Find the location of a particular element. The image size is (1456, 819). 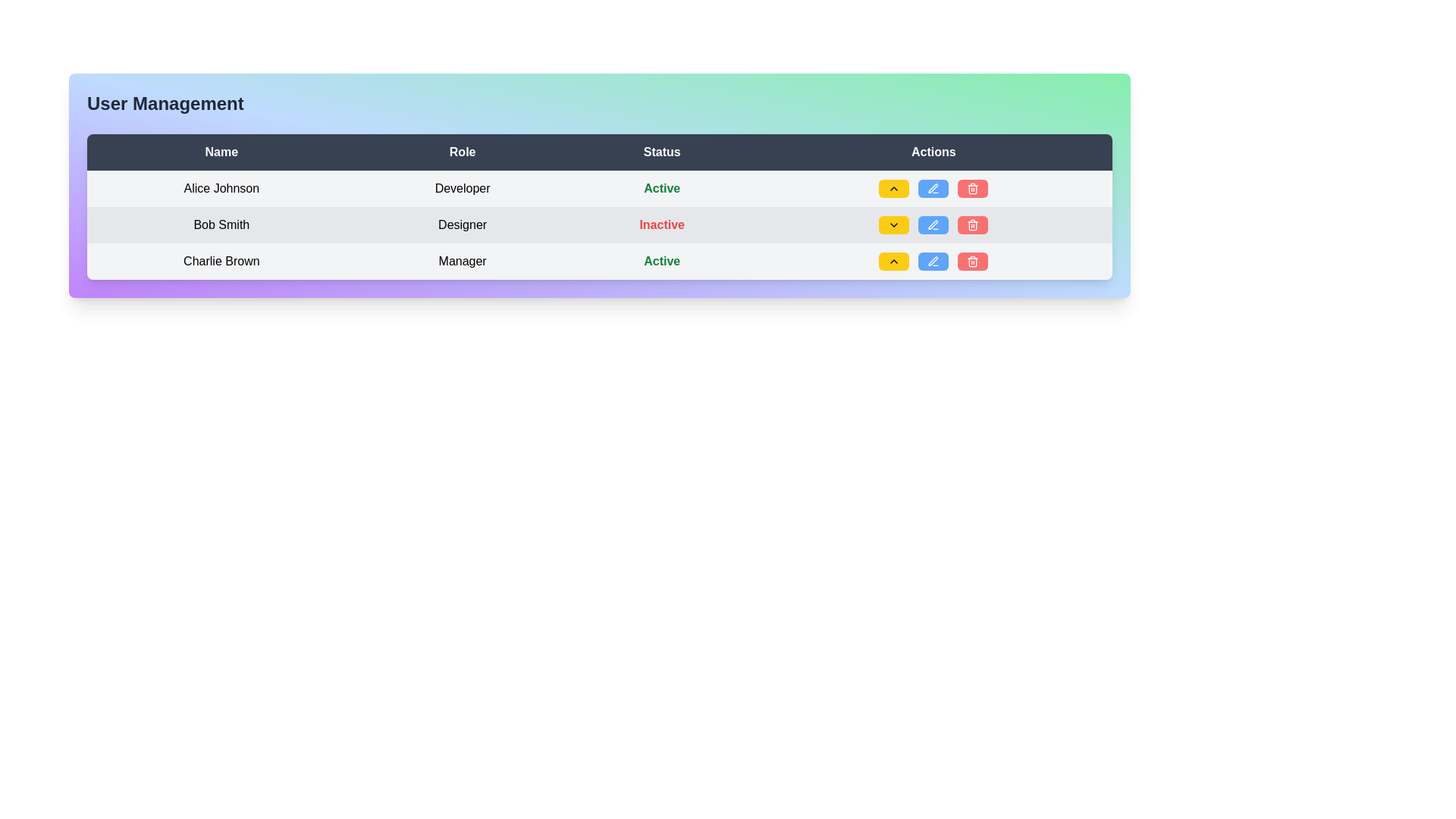

the 'Active' text label styled with a bold green font in the 'Status' column of the table, which is aligned with the 'Manager' entry in the 'Role' column is located at coordinates (662, 260).